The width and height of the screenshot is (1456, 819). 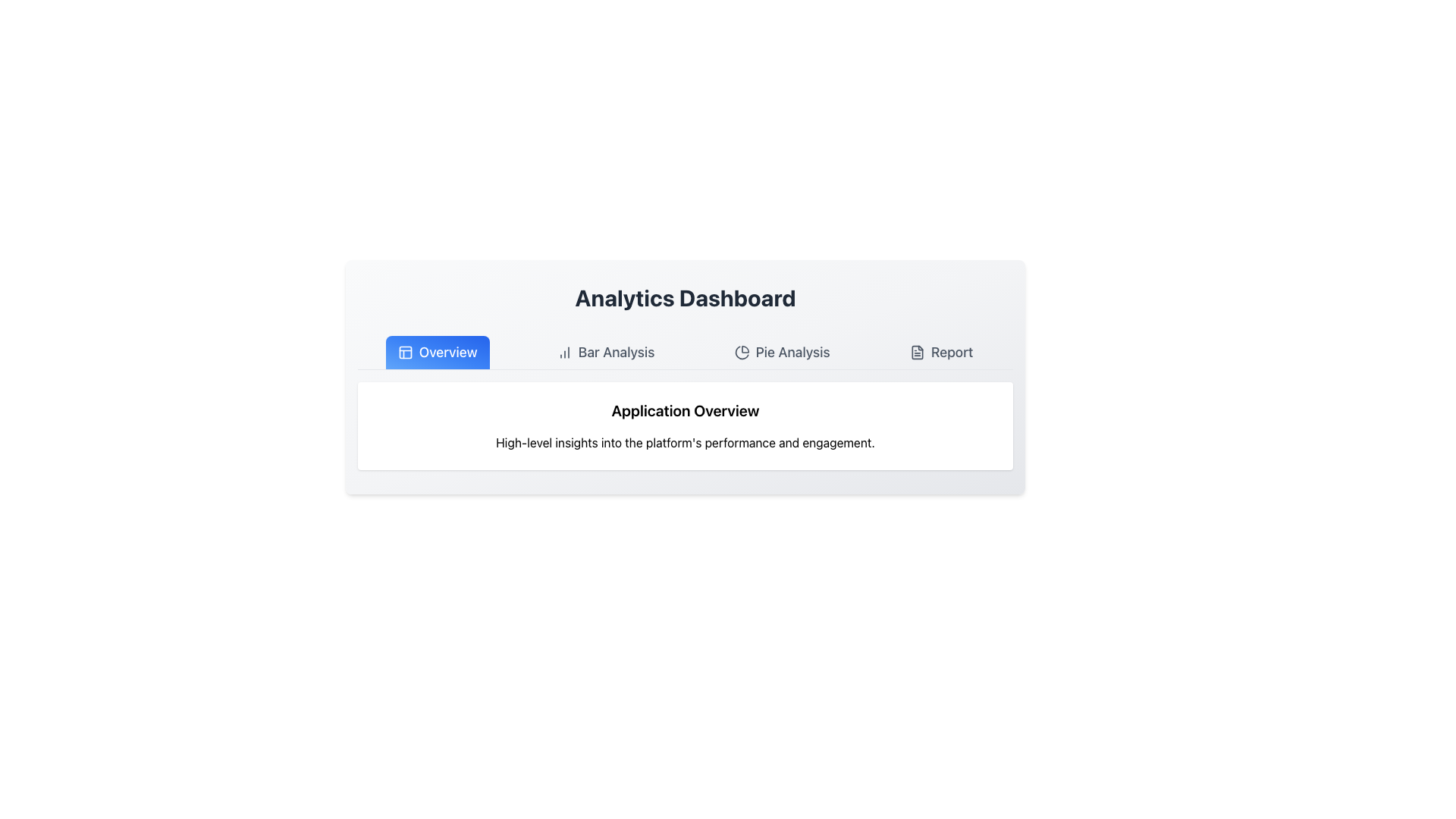 I want to click on the small gray file icon with textual markings located to the left of the 'Report' label in the top right of the navigation bar, so click(x=916, y=353).